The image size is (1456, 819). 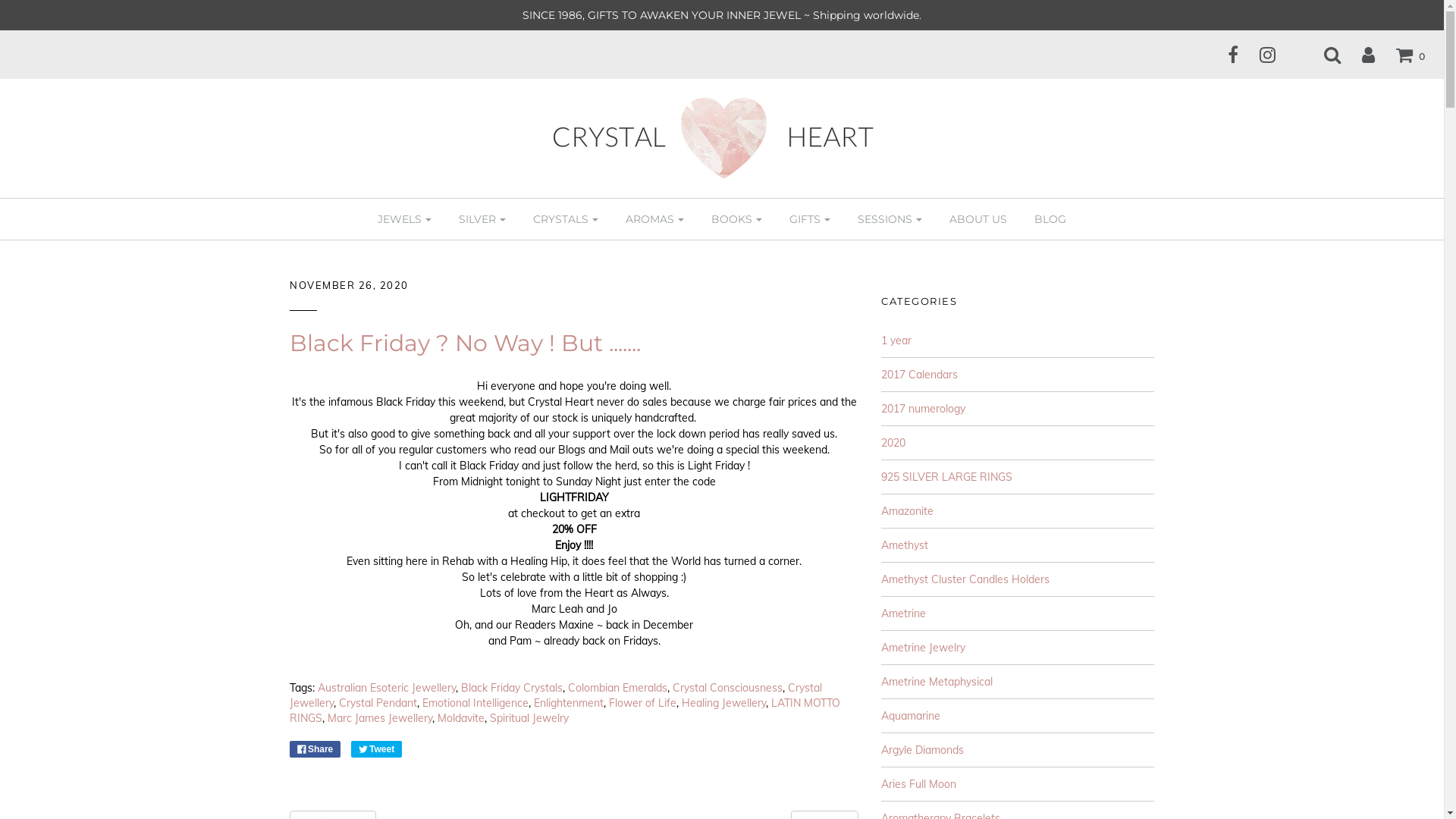 I want to click on 'Black Friday Crystals', so click(x=512, y=687).